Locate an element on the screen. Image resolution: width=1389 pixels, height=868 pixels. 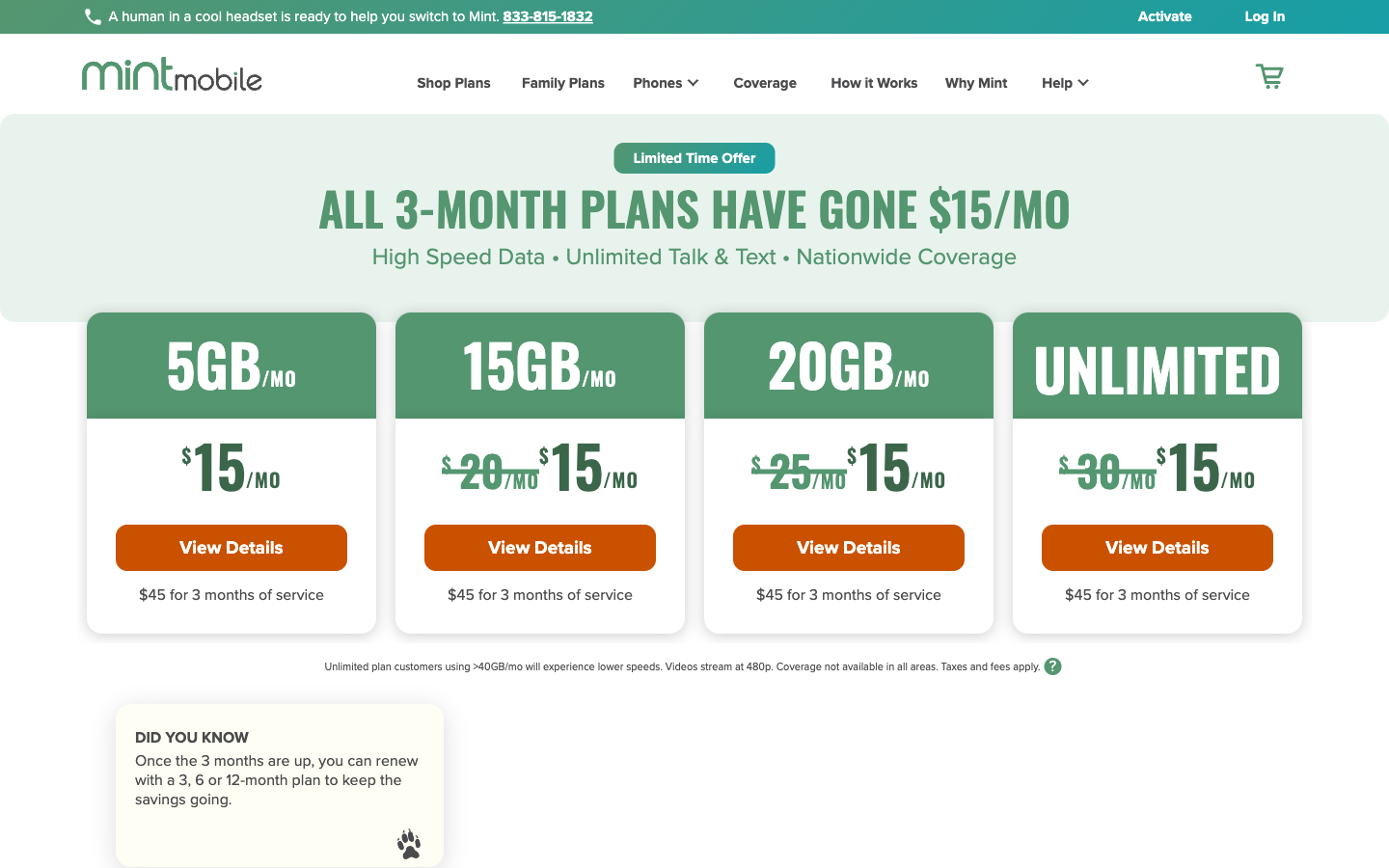
the authentication page is located at coordinates (1253, 15).